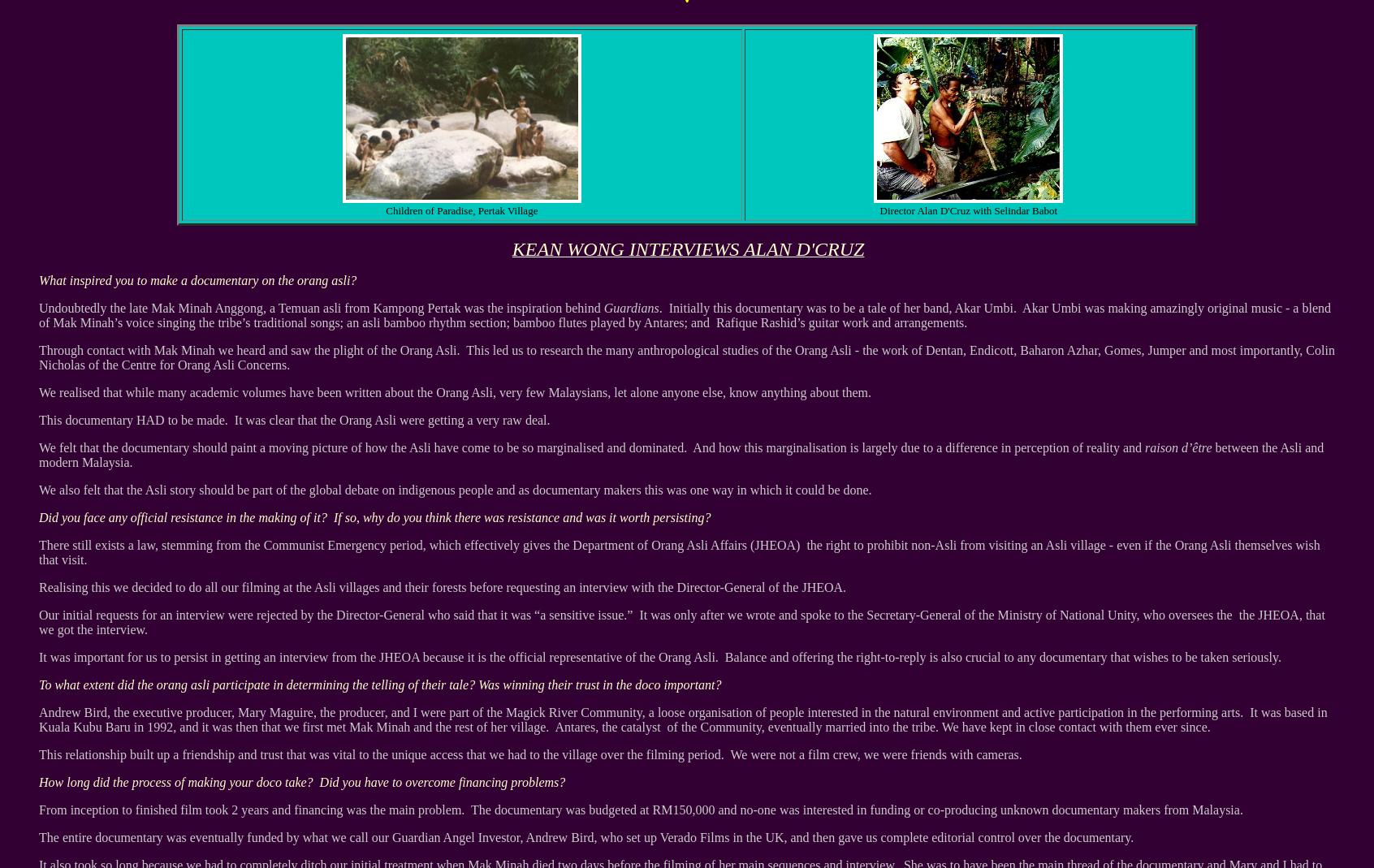 The width and height of the screenshot is (1374, 868). What do you see at coordinates (679, 551) in the screenshot?
I see `'There still exists a law, stemming from the Communist
Emergency period, which effectively gives the Department of Orang Asli
Affairs (JHEOA)  the right to prohibit non-Asli from visiting an Asli
village - even if the Orang Asli themselves wish that visit.'` at bounding box center [679, 551].